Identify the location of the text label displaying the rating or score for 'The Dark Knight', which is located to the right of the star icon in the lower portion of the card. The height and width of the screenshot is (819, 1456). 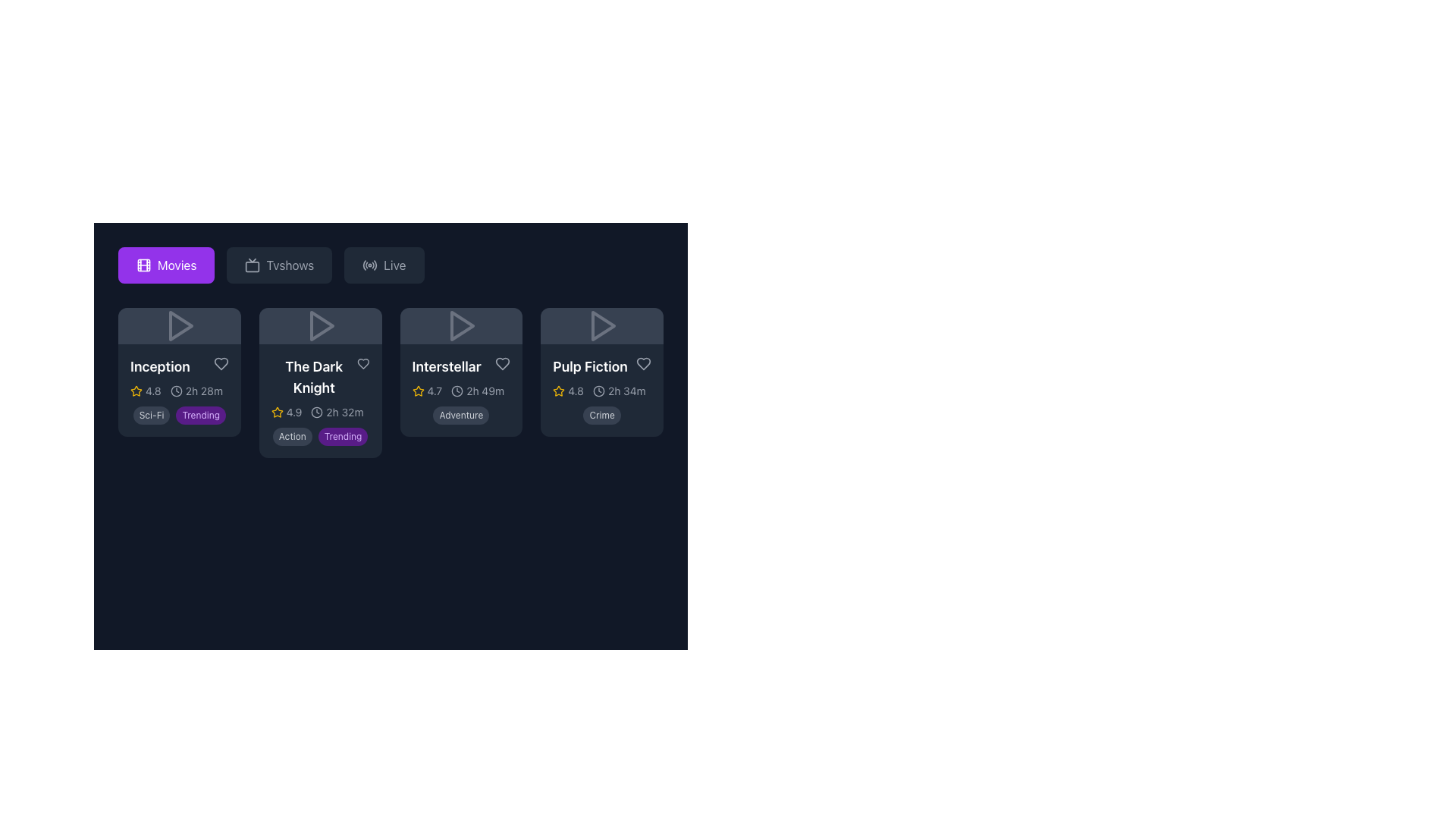
(294, 412).